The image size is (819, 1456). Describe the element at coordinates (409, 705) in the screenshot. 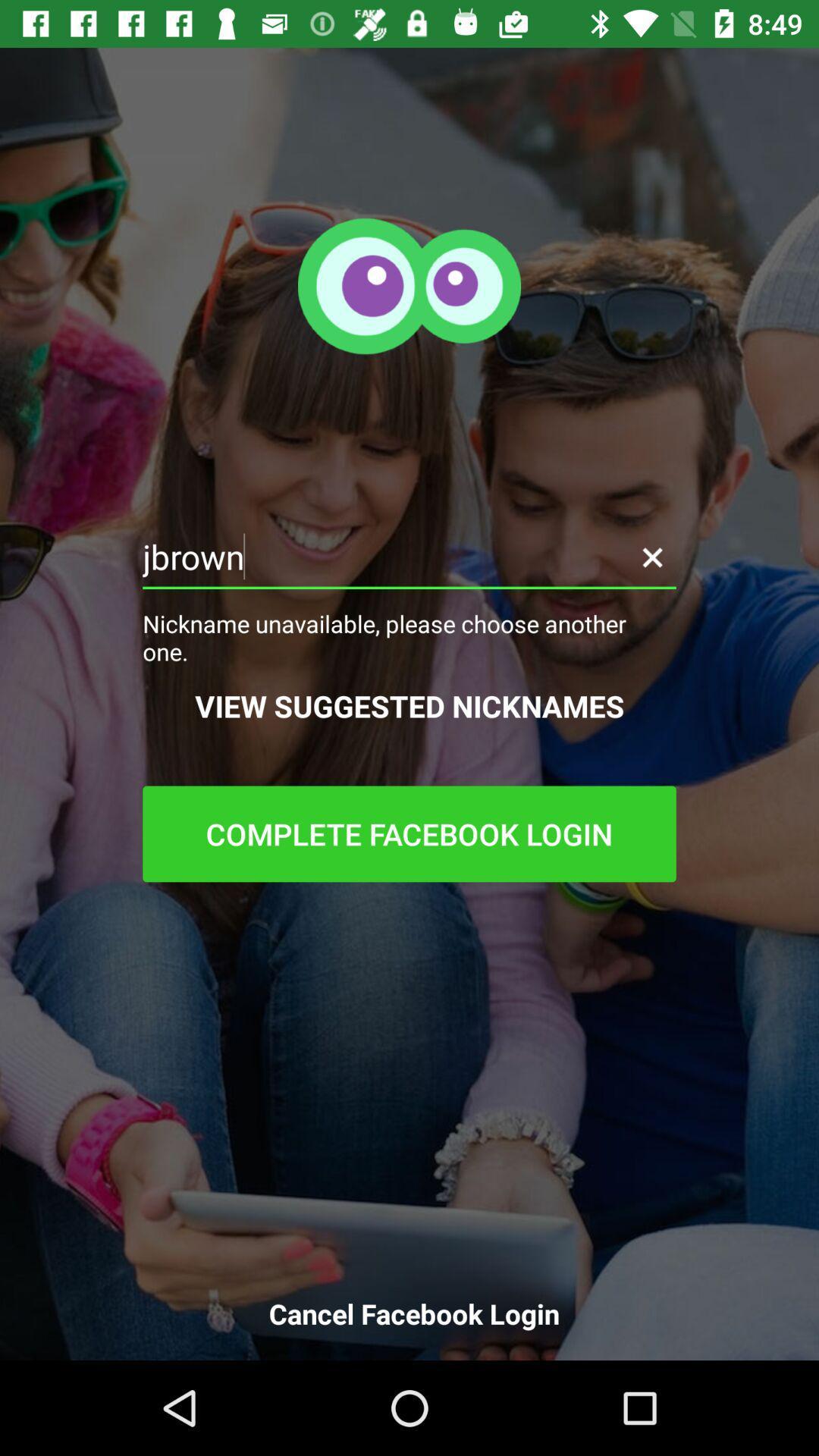

I see `the view suggested nicknames` at that location.